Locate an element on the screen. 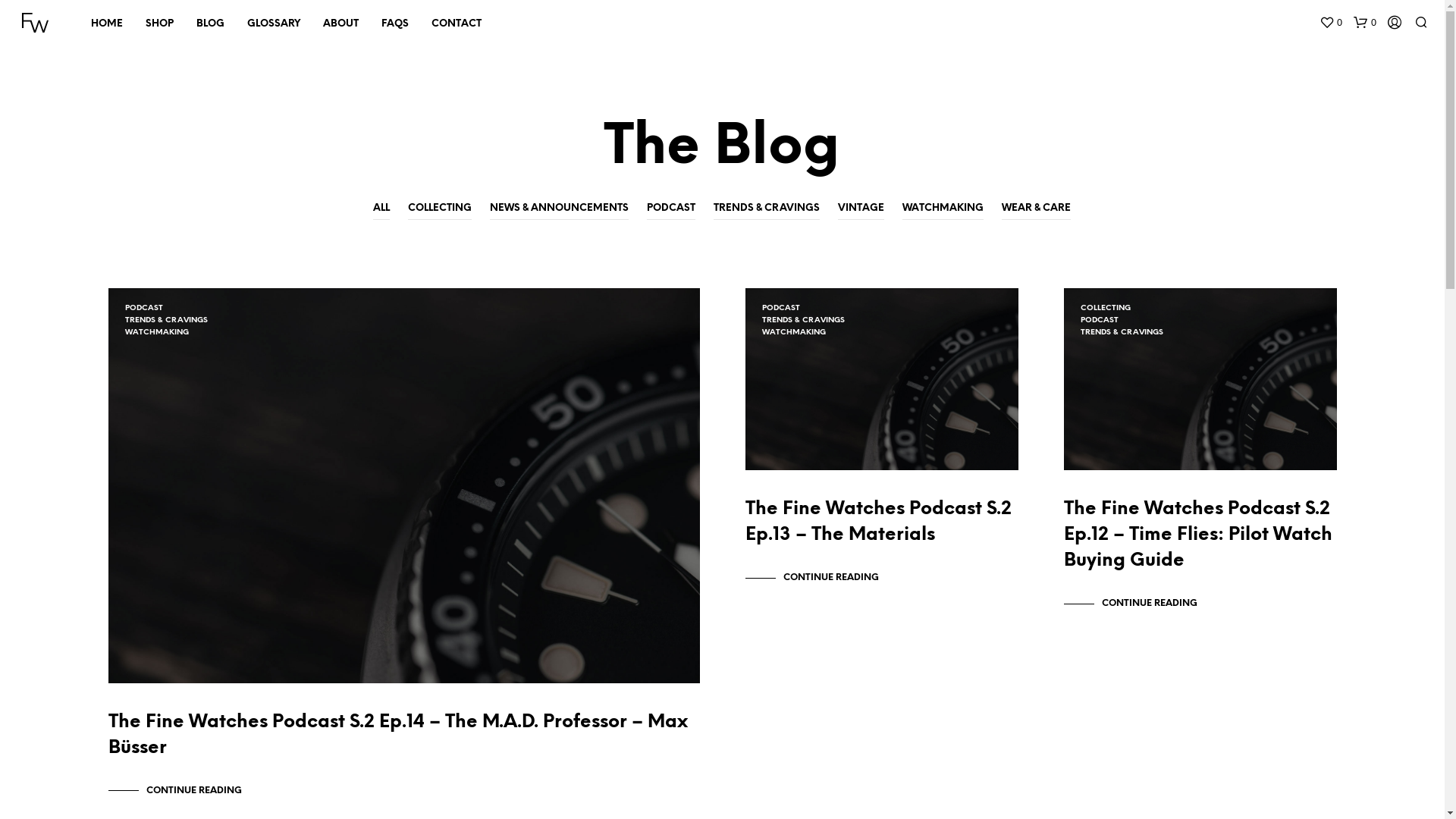 The height and width of the screenshot is (819, 1456). '0' is located at coordinates (1330, 23).